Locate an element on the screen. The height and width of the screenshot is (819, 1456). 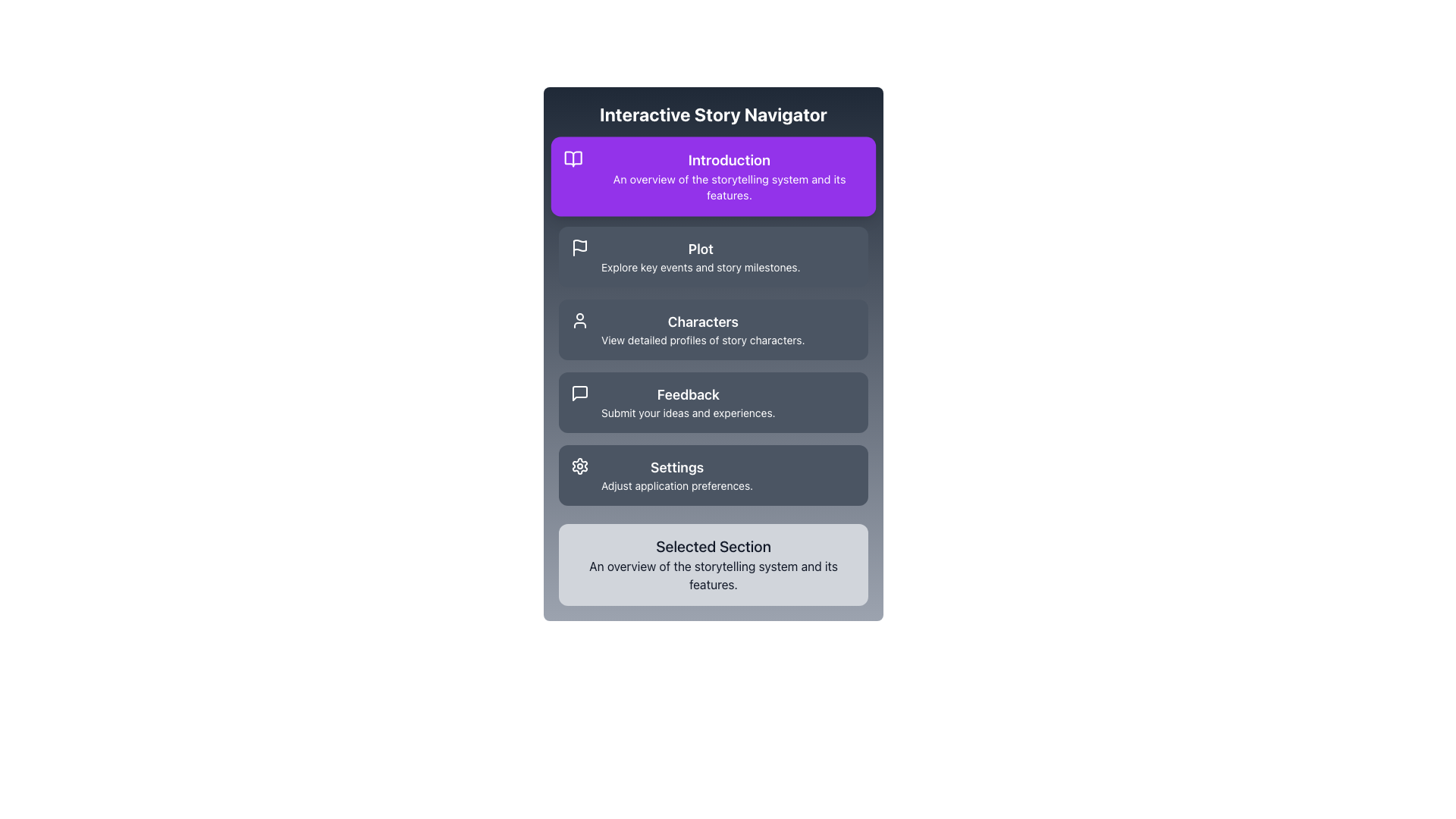
the clickable navigation item located in the second row of the vertically stacked navigation menu, which is positioned below the 'Introduction' section and above the 'Characters' section is located at coordinates (700, 256).